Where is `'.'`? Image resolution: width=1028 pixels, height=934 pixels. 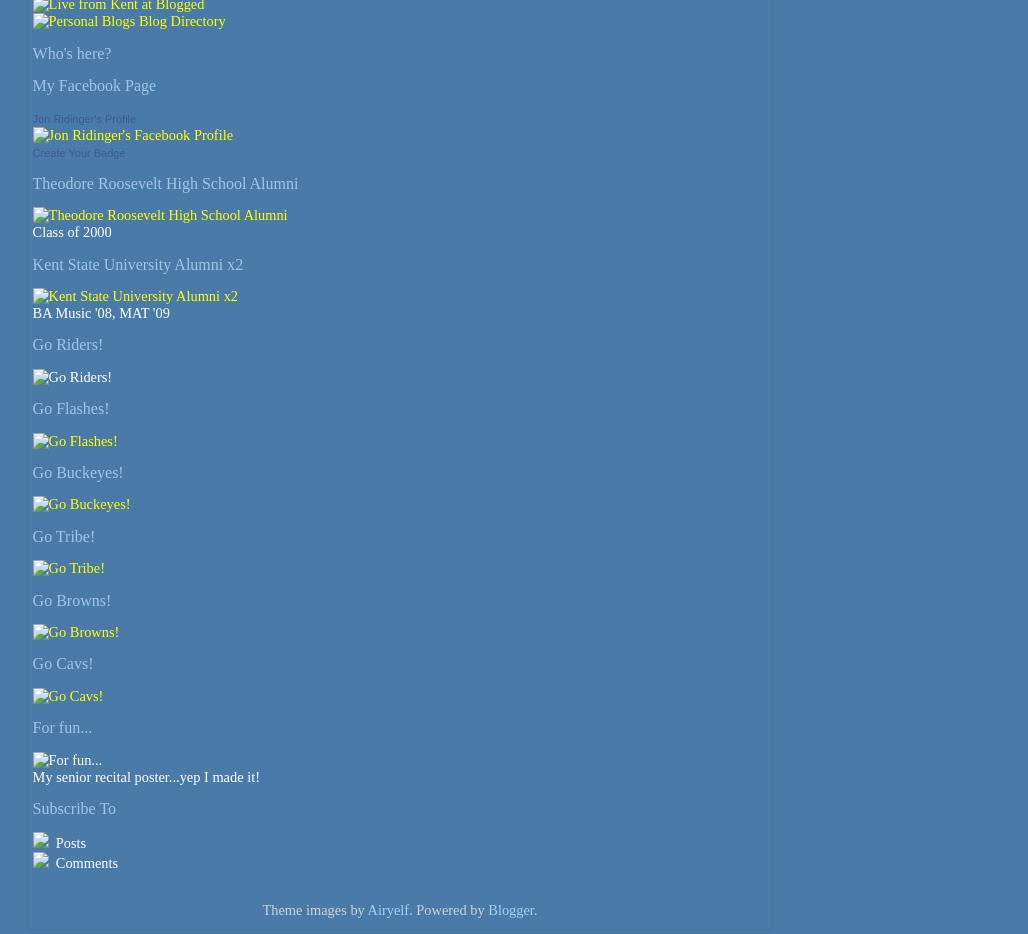 '.' is located at coordinates (534, 909).